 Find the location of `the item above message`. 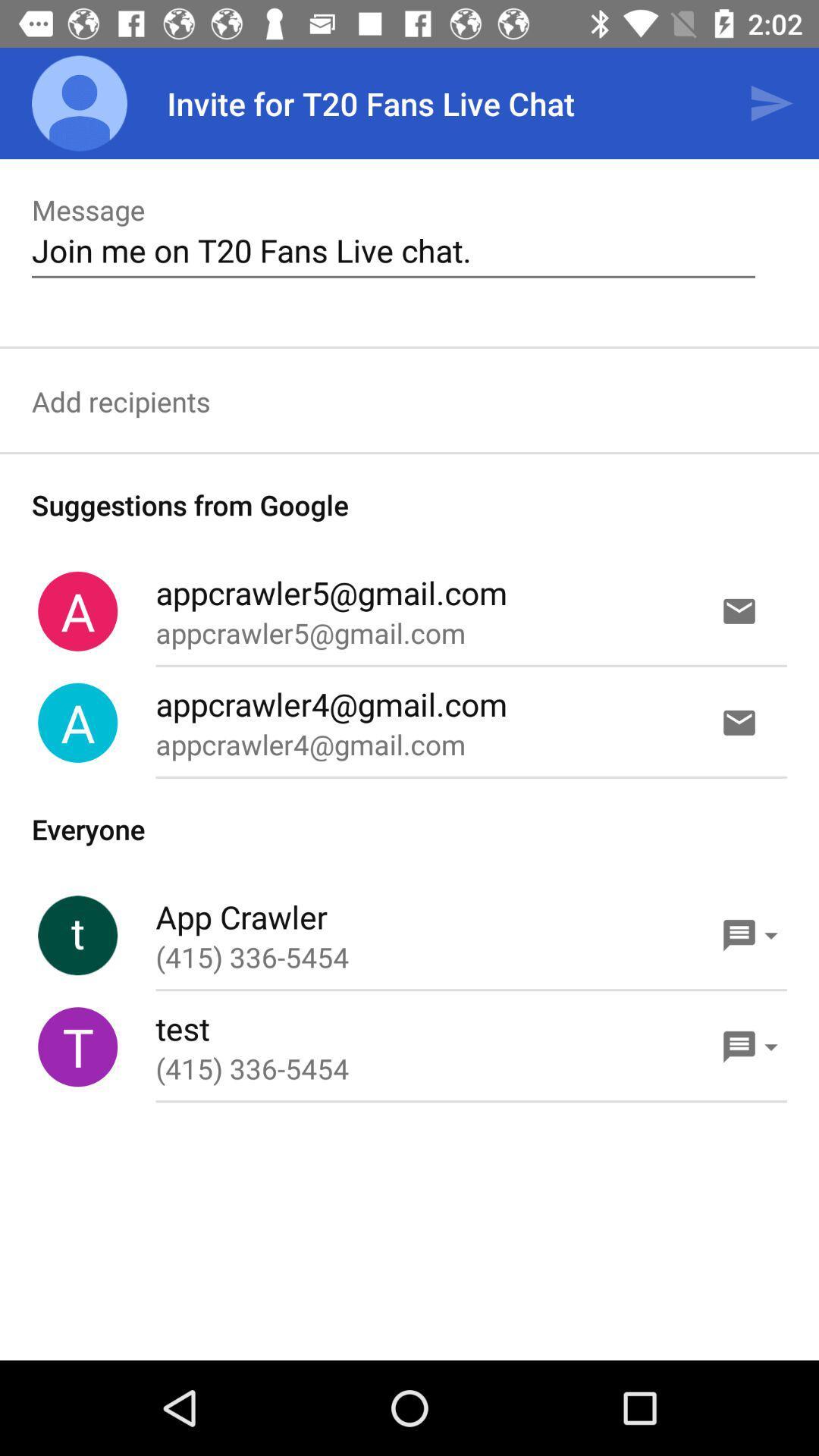

the item above message is located at coordinates (79, 102).